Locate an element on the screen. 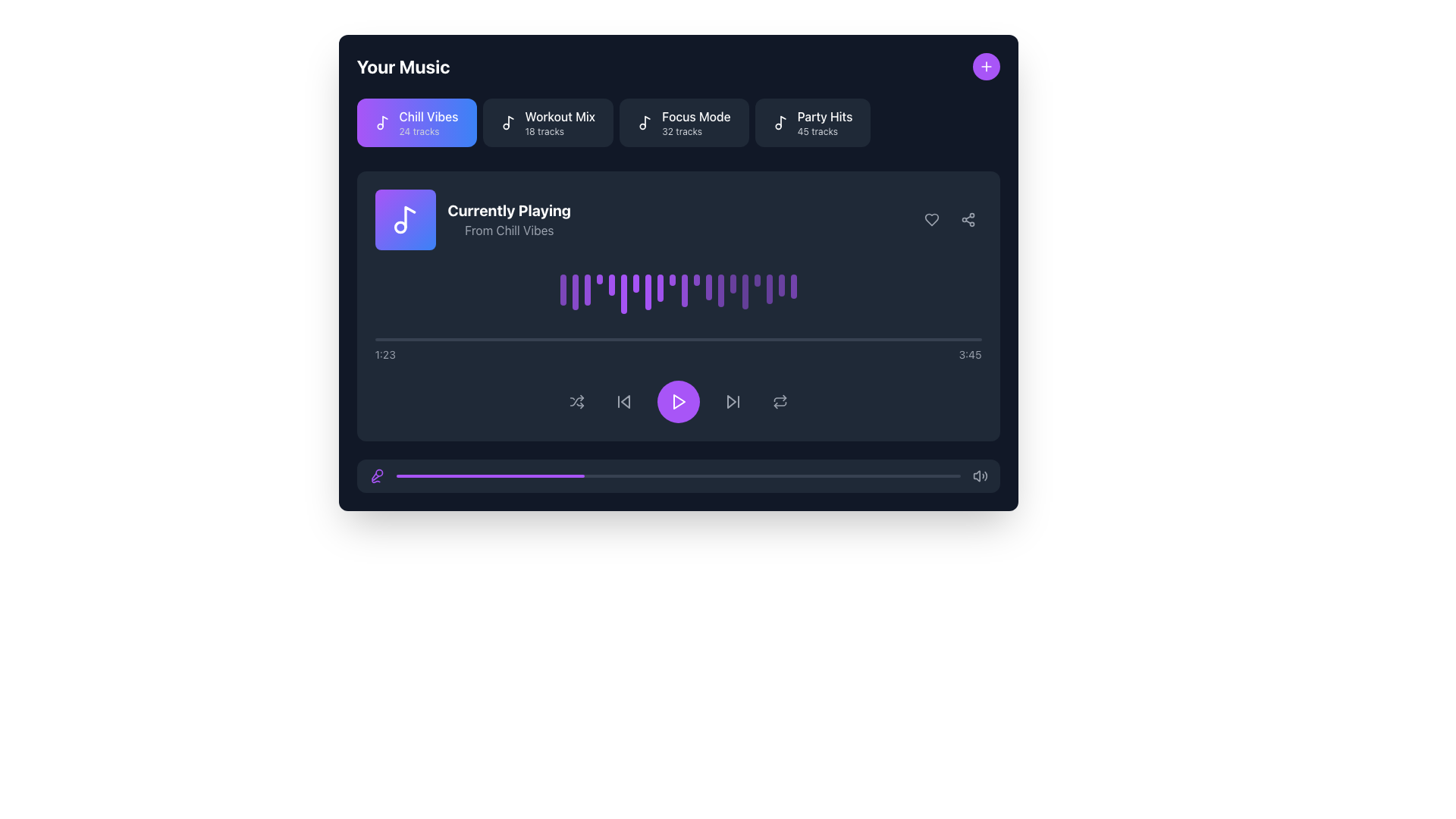 The image size is (1456, 819). the music progress bar is located at coordinates (729, 475).